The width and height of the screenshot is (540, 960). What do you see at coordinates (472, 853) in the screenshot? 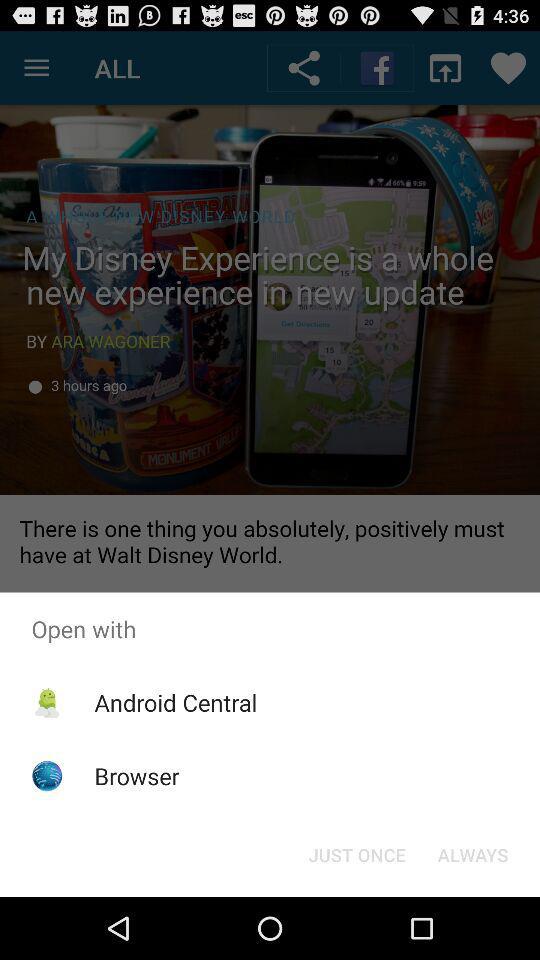
I see `the always` at bounding box center [472, 853].